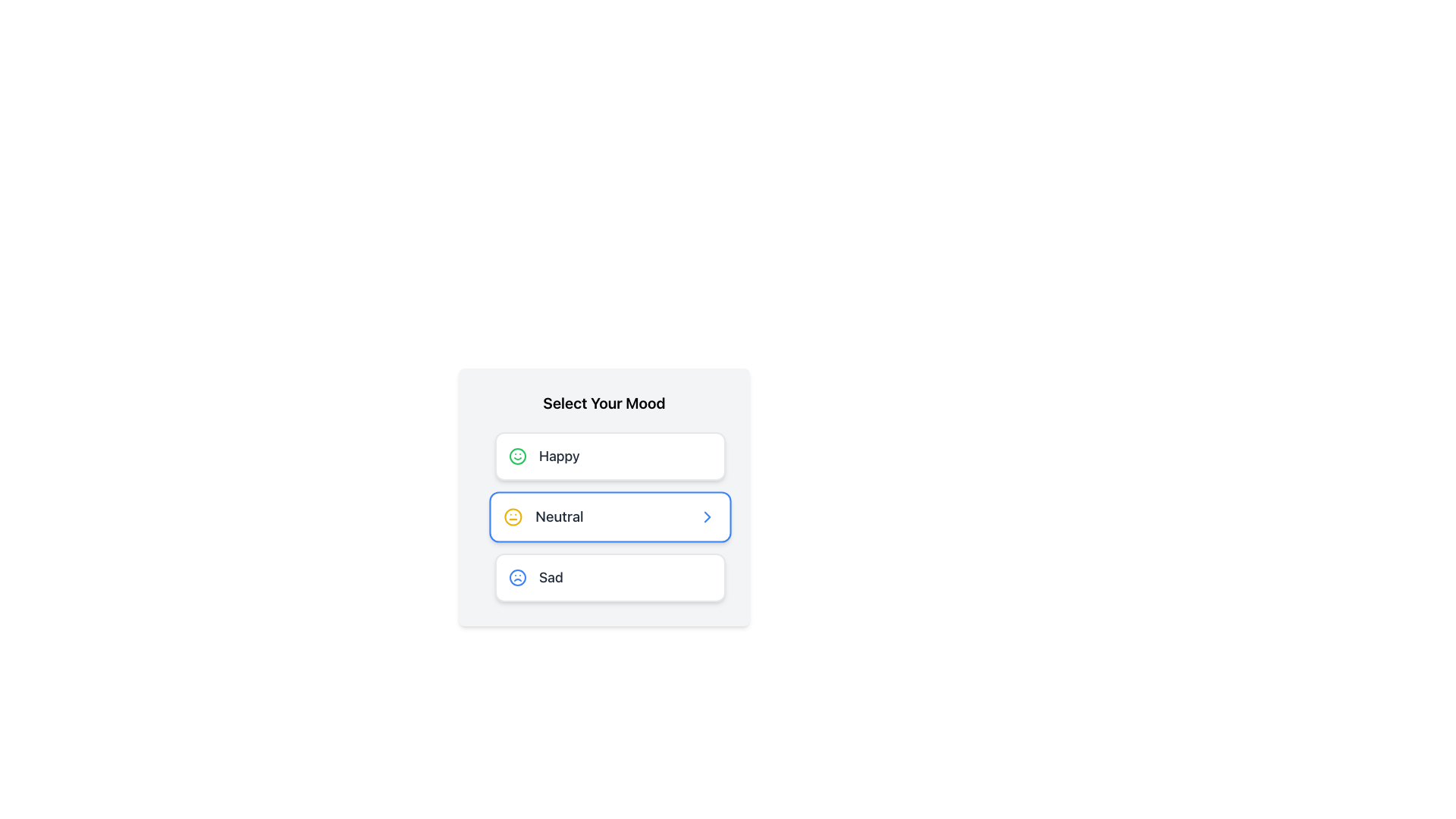 Image resolution: width=1456 pixels, height=819 pixels. What do you see at coordinates (517, 455) in the screenshot?
I see `the green smiley face icon located on the left side of the 'Happy' selection card, which is the leftmost component within the top card of a series of three` at bounding box center [517, 455].